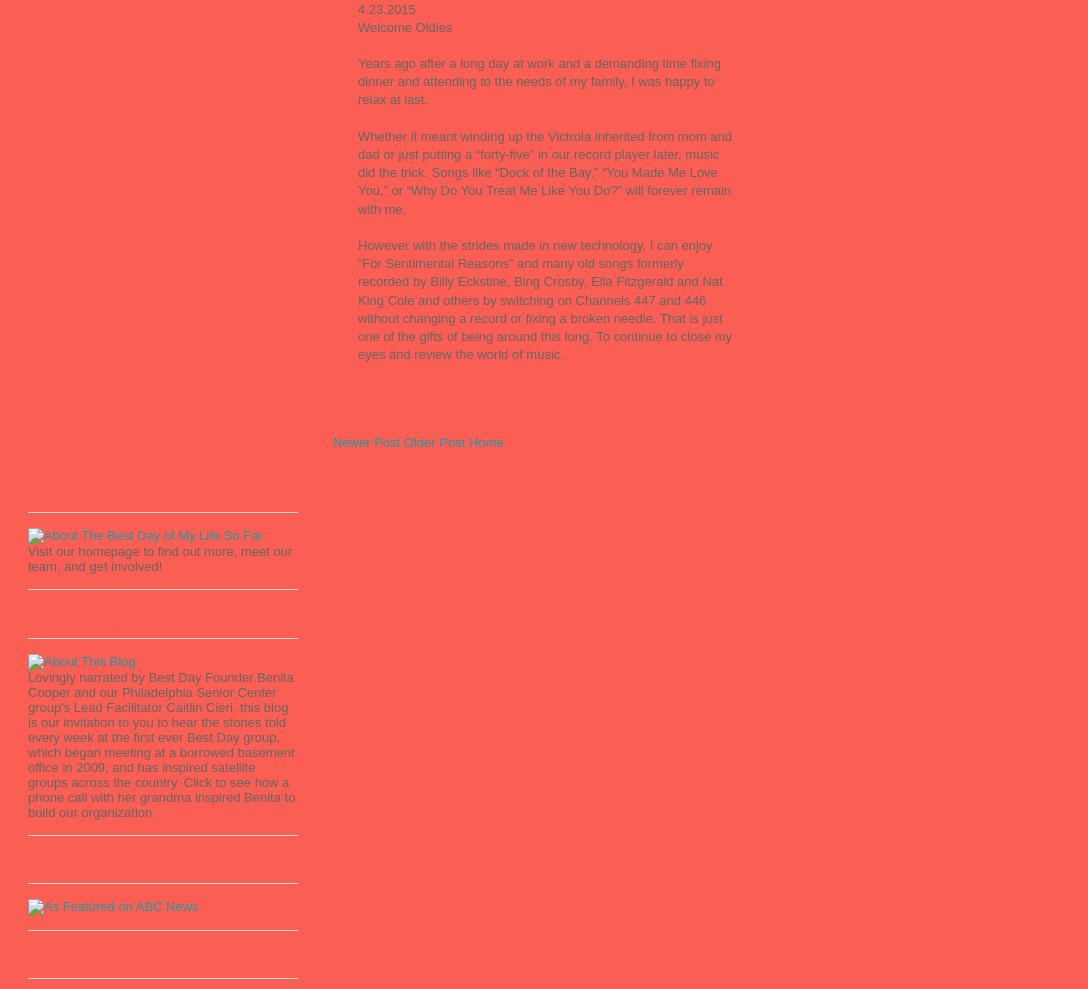 The height and width of the screenshot is (989, 1088). What do you see at coordinates (544, 171) in the screenshot?
I see `'Whether it meant winding up the Victrola inherited from mom and dad or just putting a “forty-five” in our record player later, music did the trick. Songs like “Dock of the Bay,” “You Made Me Love You,” or “Why Do You Treat Me Like You Do?” will forever remain with me.'` at bounding box center [544, 171].